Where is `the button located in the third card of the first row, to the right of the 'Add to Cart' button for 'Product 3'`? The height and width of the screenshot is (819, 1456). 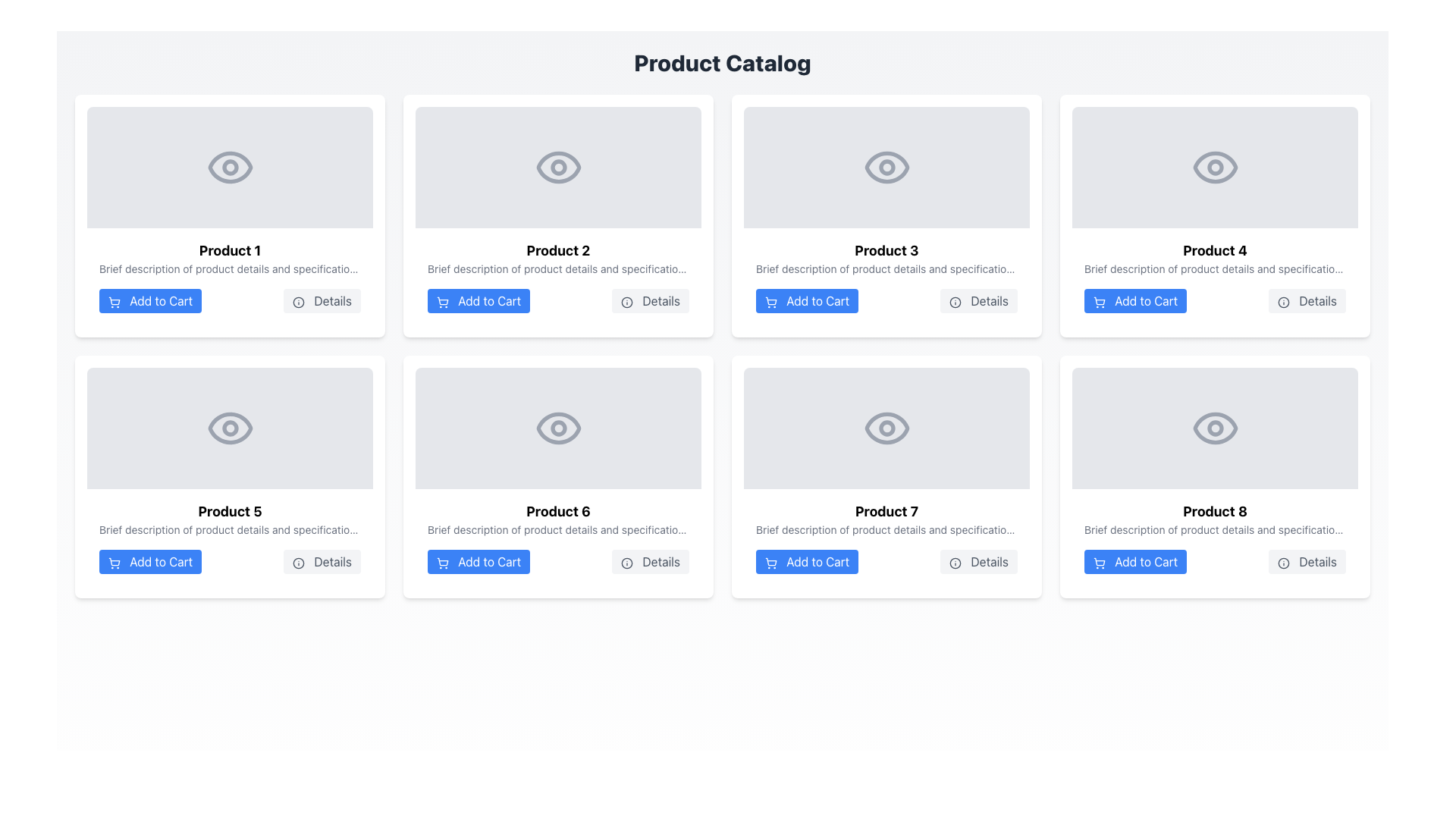
the button located in the third card of the first row, to the right of the 'Add to Cart' button for 'Product 3' is located at coordinates (979, 301).